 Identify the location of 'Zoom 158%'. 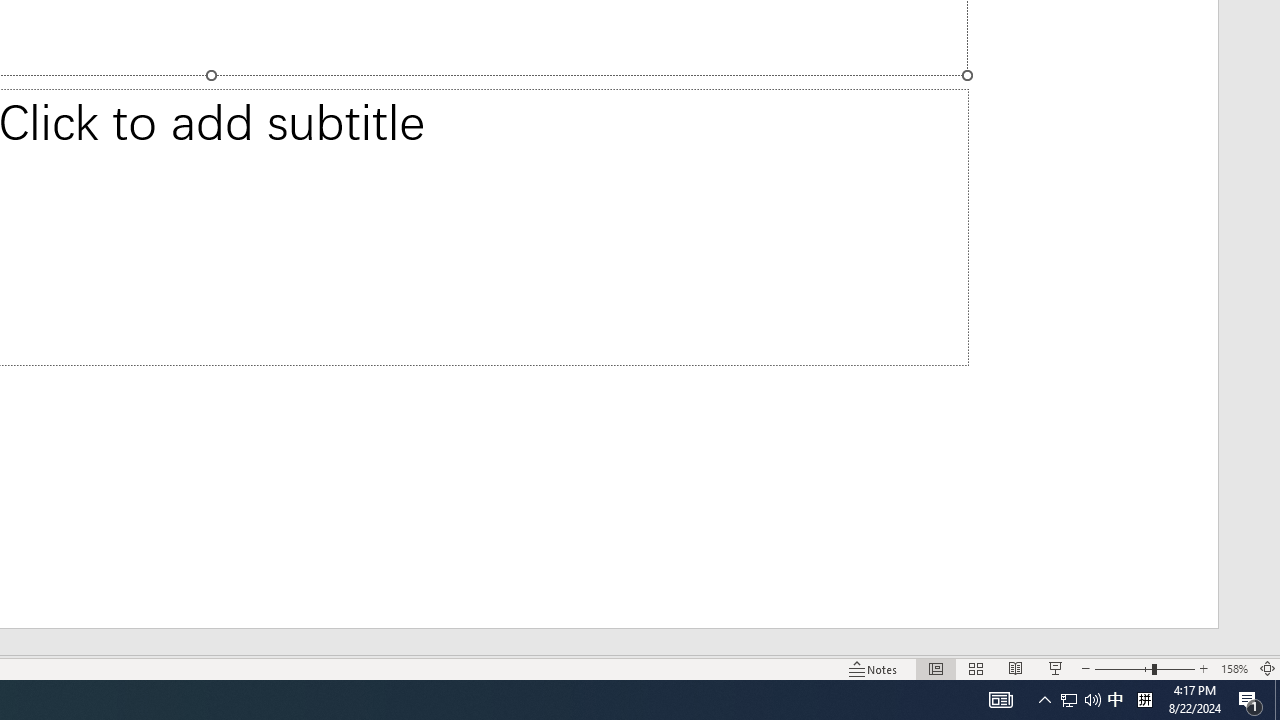
(1233, 669).